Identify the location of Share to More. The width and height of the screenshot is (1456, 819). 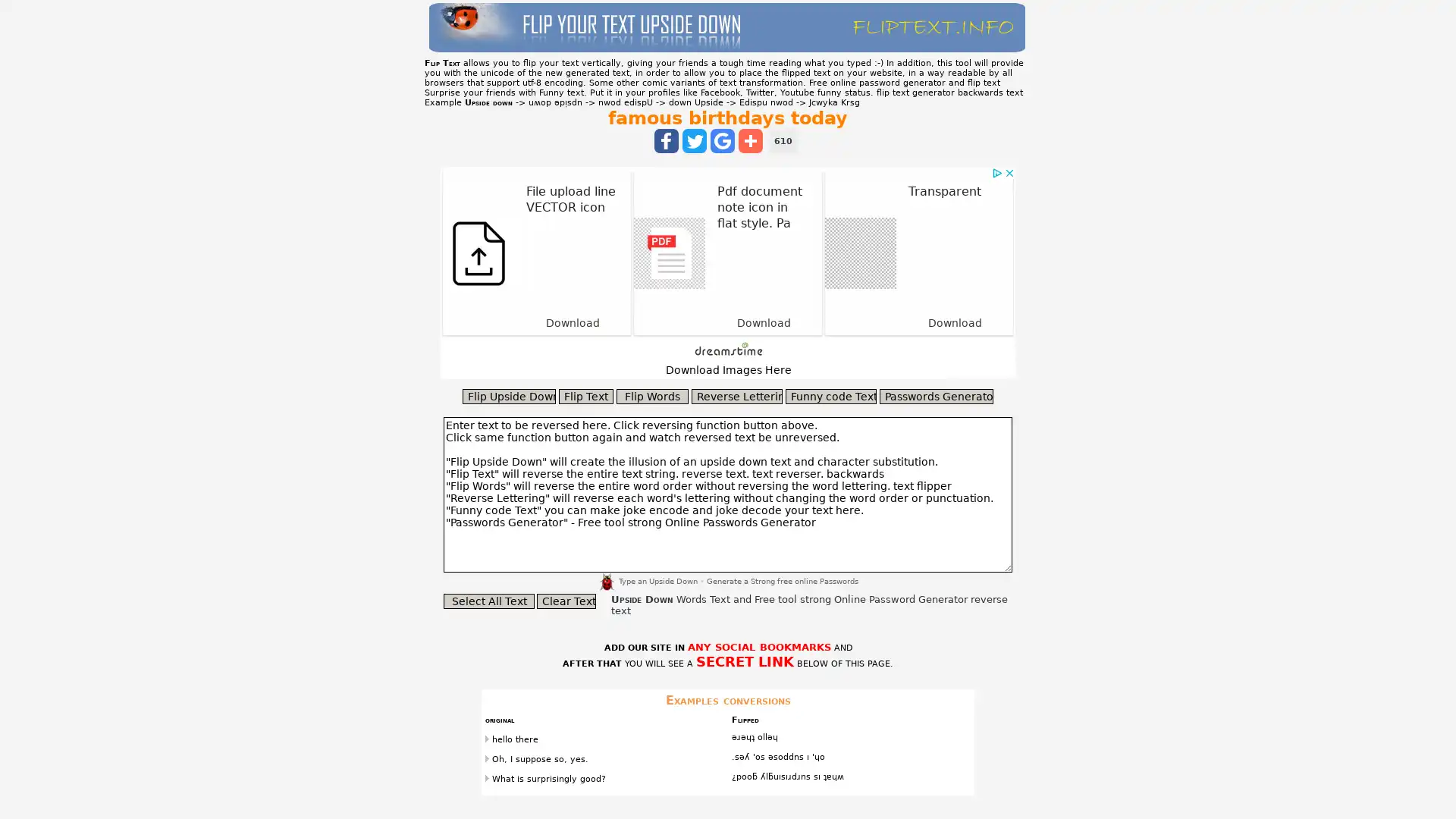
(750, 140).